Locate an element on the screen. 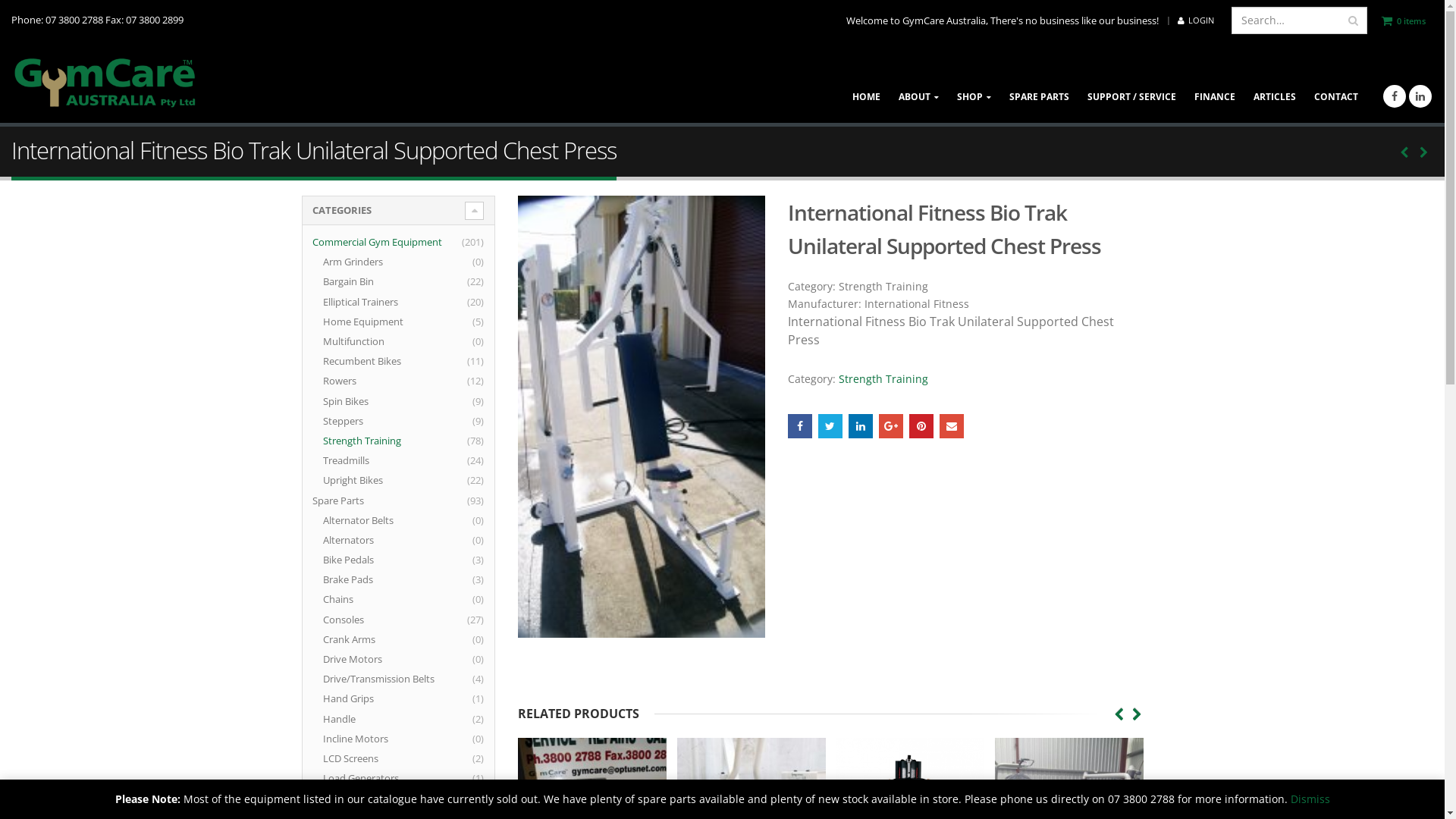 This screenshot has height=819, width=1456. 'Multifunction' is located at coordinates (362, 341).